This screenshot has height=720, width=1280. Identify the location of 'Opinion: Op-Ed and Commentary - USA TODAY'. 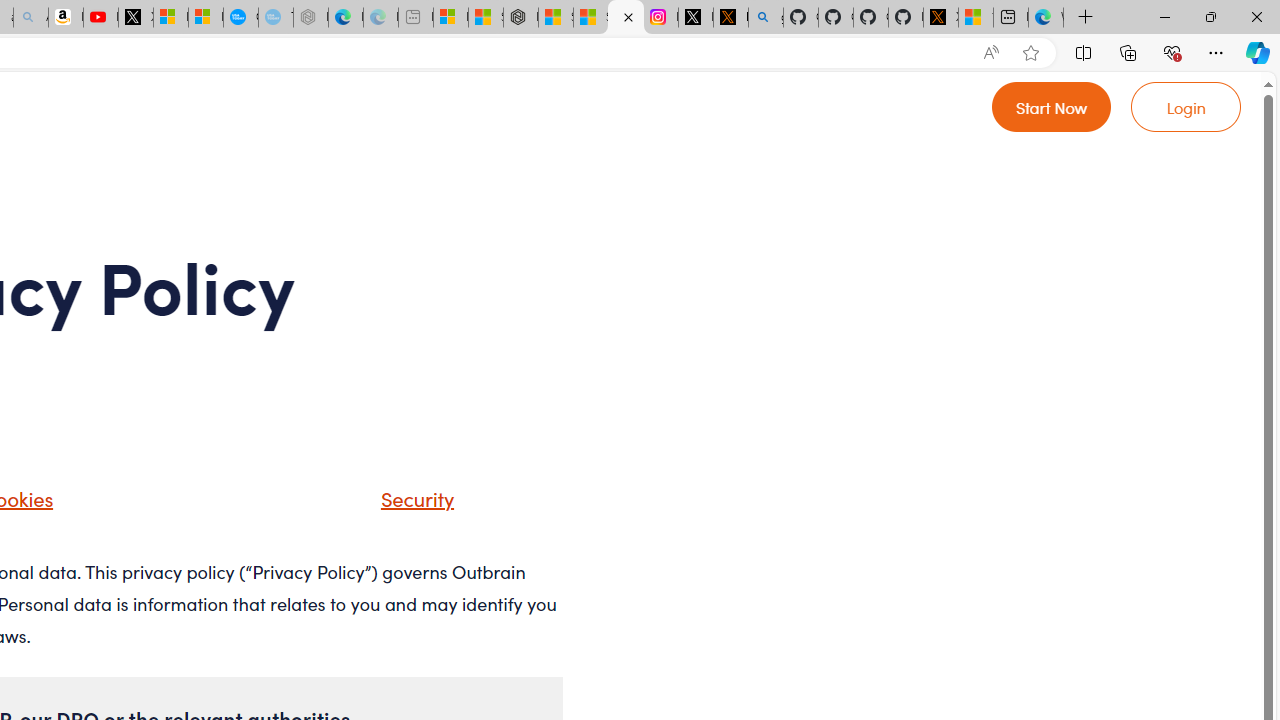
(240, 17).